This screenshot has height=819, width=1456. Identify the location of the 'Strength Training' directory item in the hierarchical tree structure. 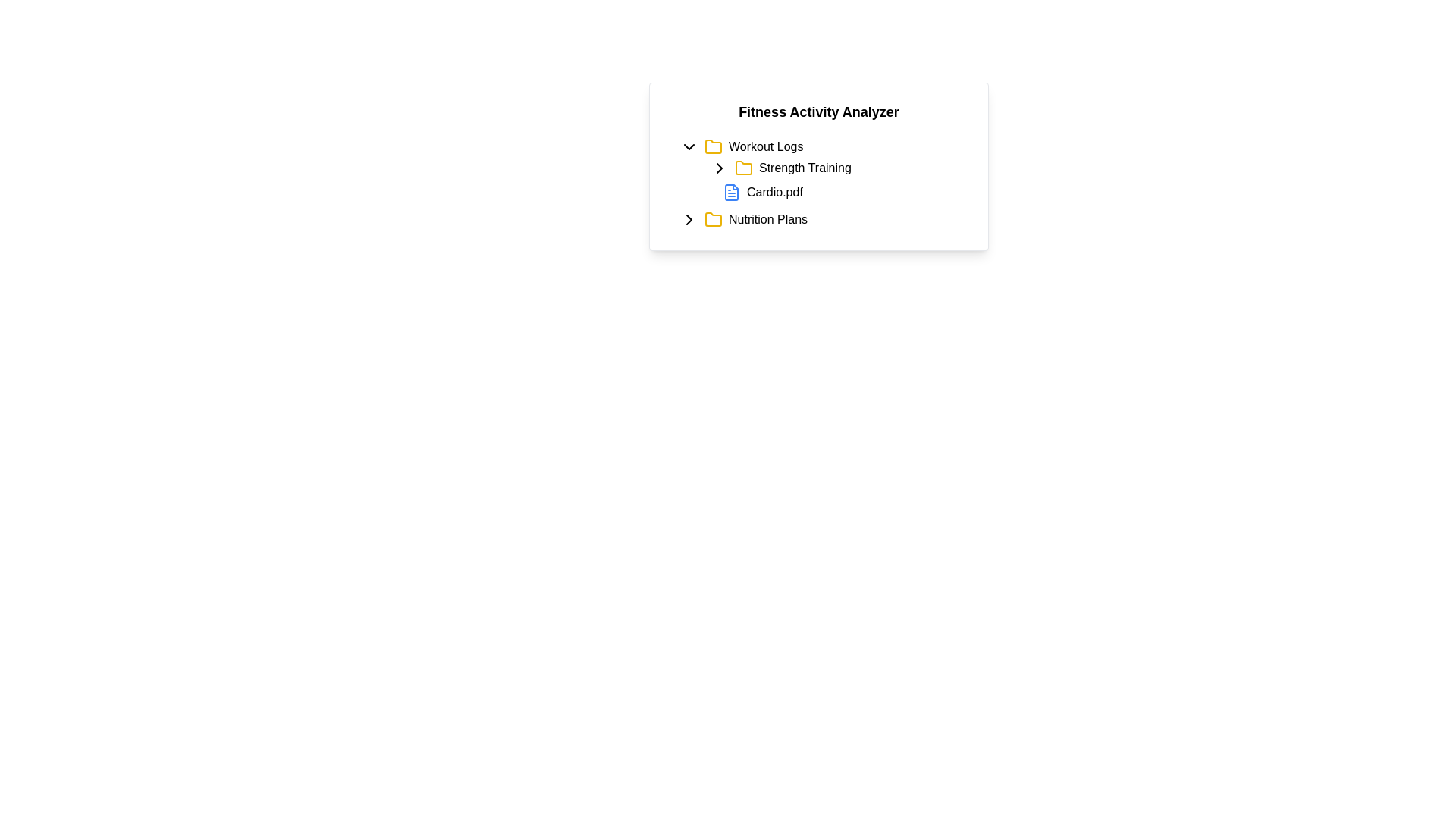
(839, 168).